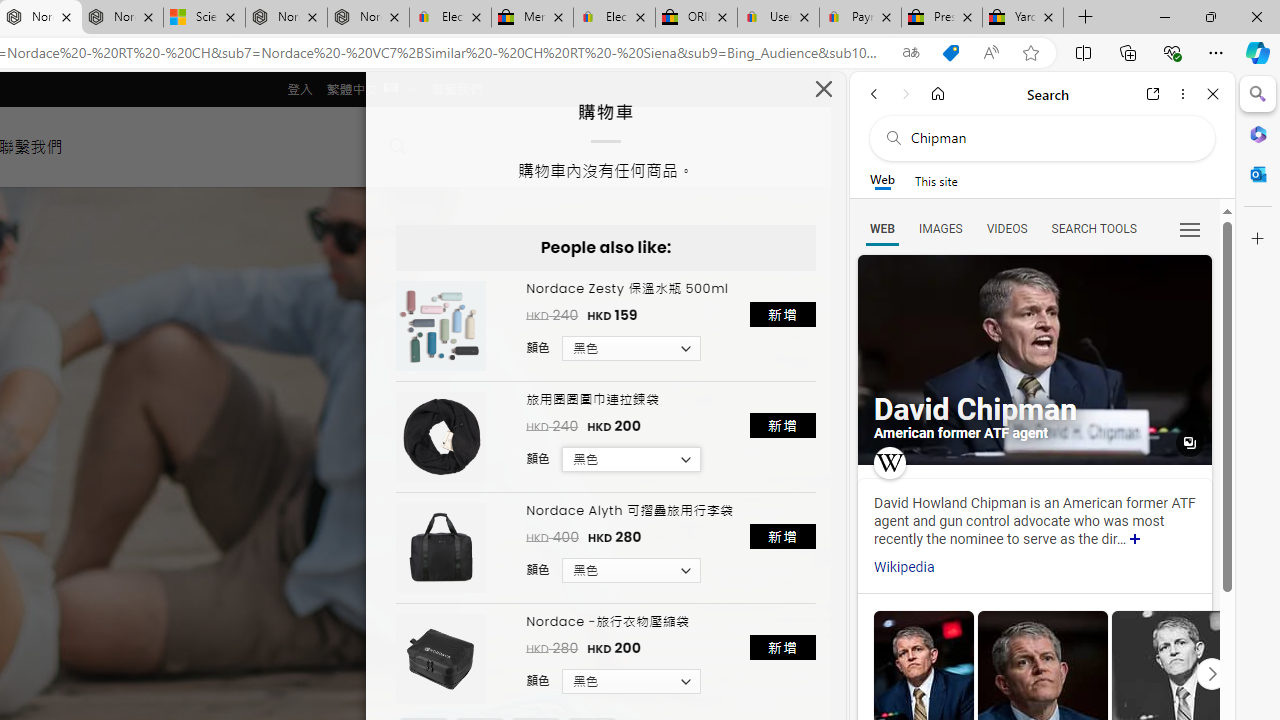 The image size is (1280, 720). What do you see at coordinates (1257, 173) in the screenshot?
I see `'Outlook'` at bounding box center [1257, 173].